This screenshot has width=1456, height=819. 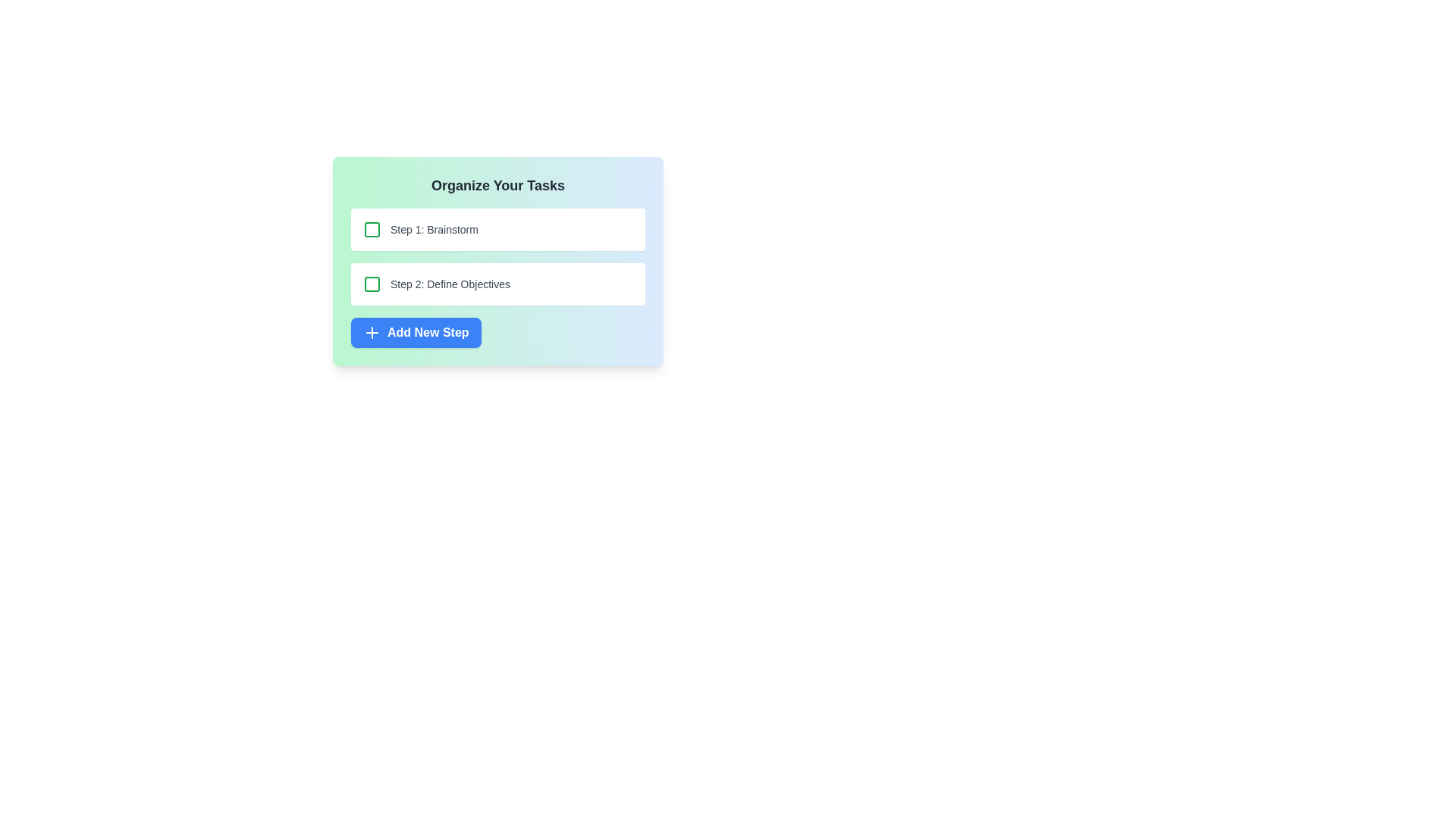 I want to click on the interactive checkbox or icon located to the left of the text 'Step 2: Define Objectives' within the card labeled 'Step 2', so click(x=372, y=284).